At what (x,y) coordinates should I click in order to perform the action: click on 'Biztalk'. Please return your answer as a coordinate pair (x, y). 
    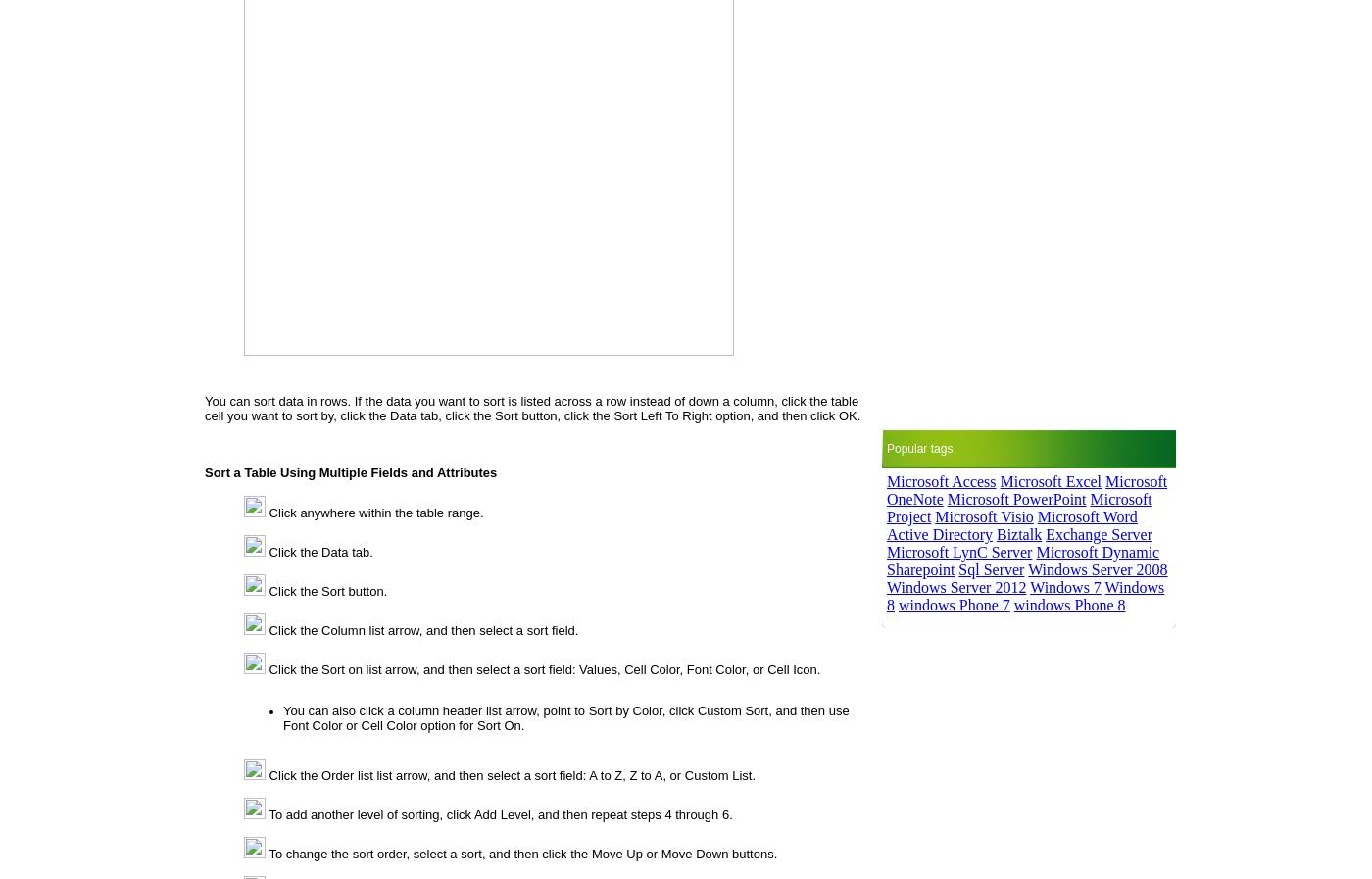
    Looking at the image, I should click on (1018, 534).